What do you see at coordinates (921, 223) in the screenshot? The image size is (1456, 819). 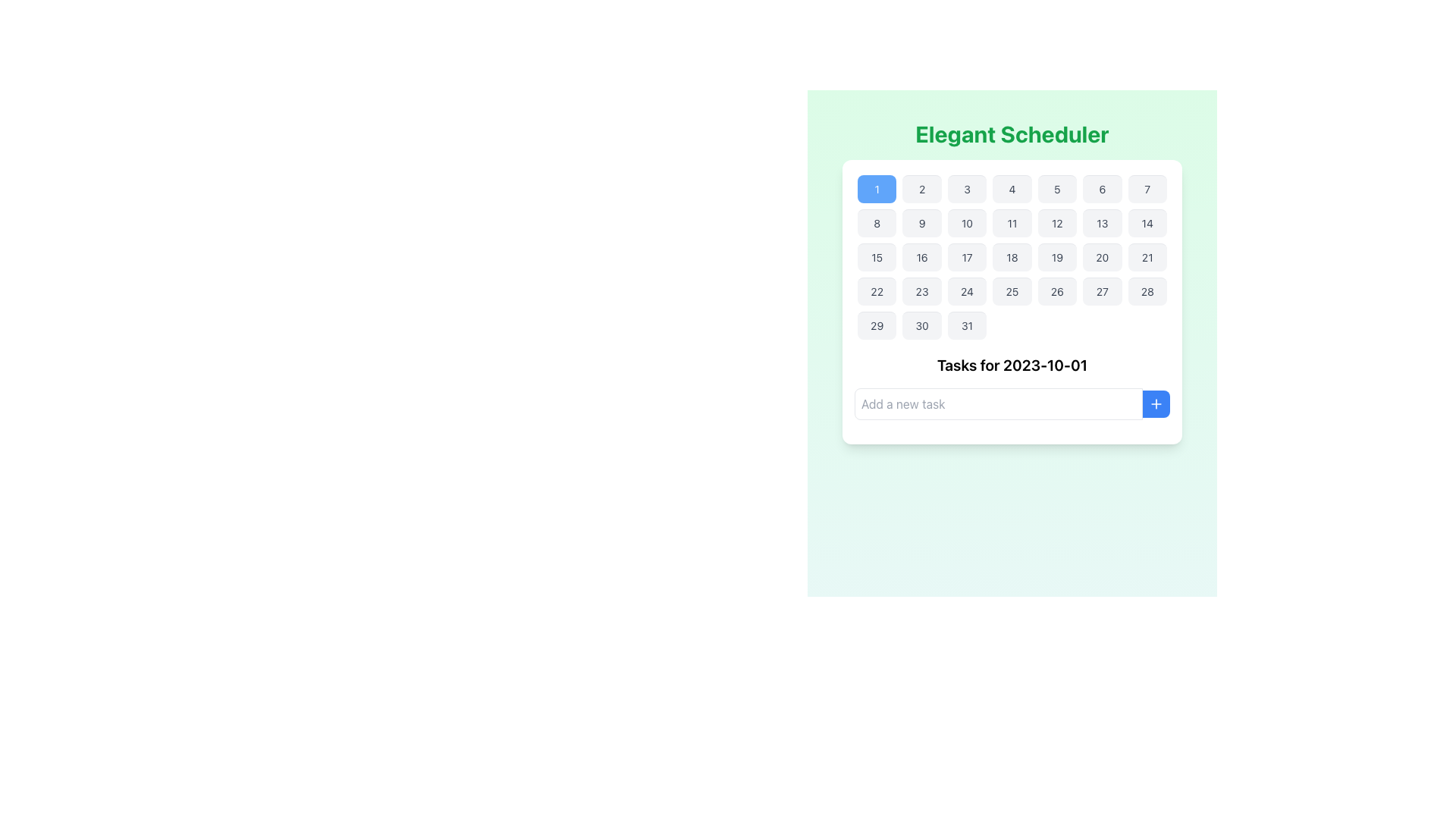 I see `the button representing the 9th day of the month in the calendar grid` at bounding box center [921, 223].